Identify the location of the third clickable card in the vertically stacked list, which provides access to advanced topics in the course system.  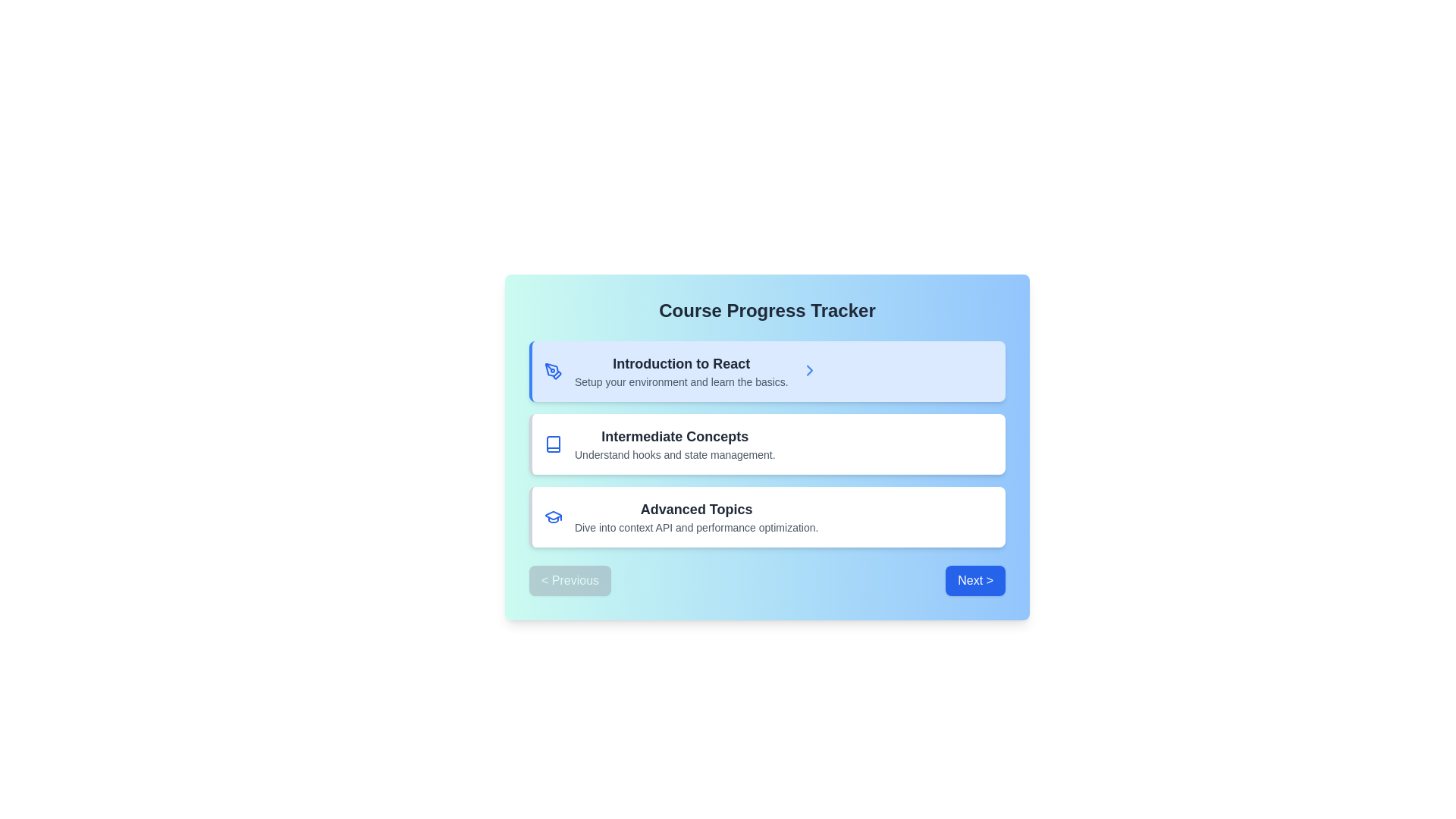
(695, 516).